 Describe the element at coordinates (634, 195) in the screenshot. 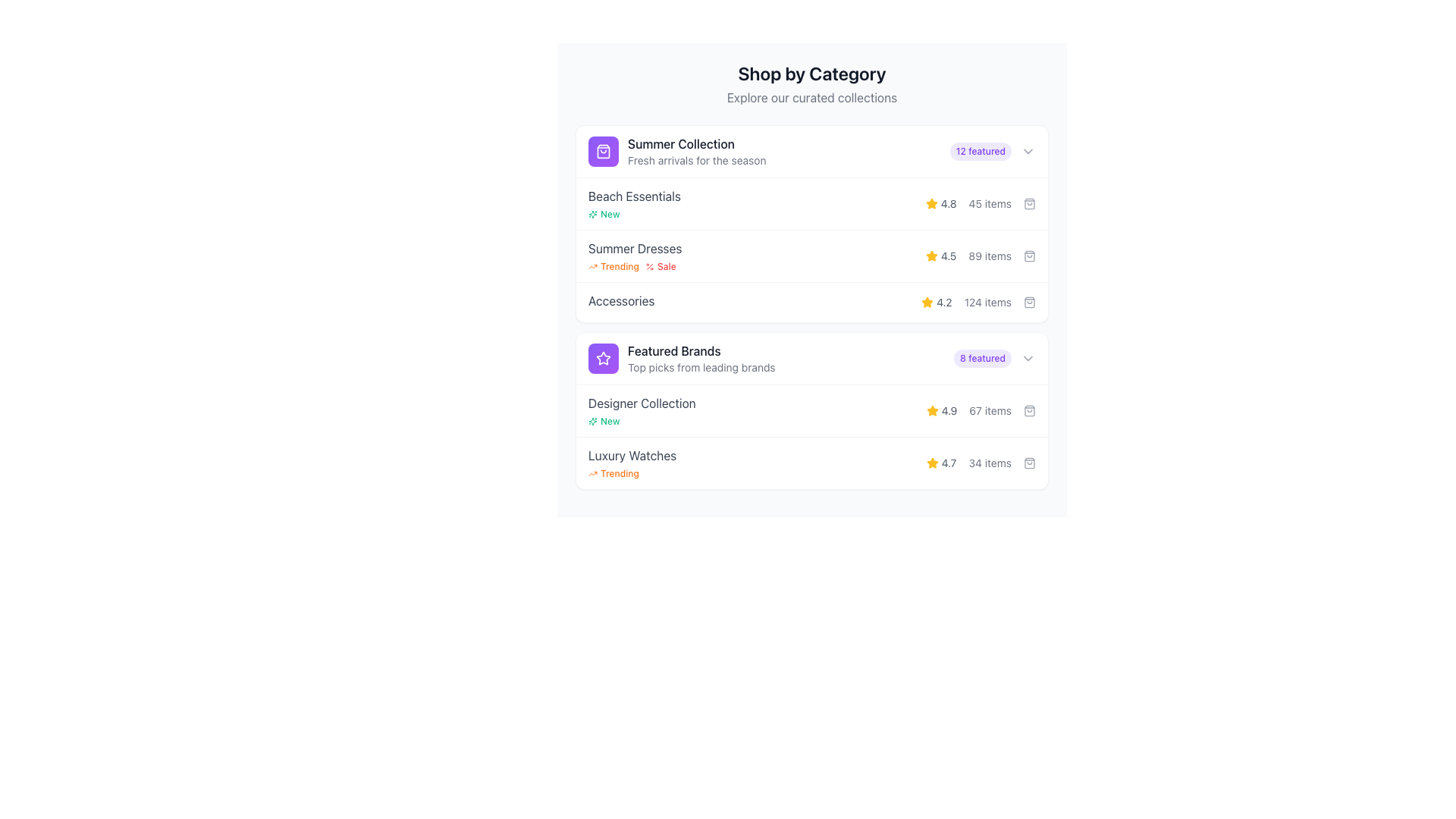

I see `the text label displaying 'Beach Essentials' in gray font, located under 'Shop by Category' in the 'Summer Collection' section` at that location.